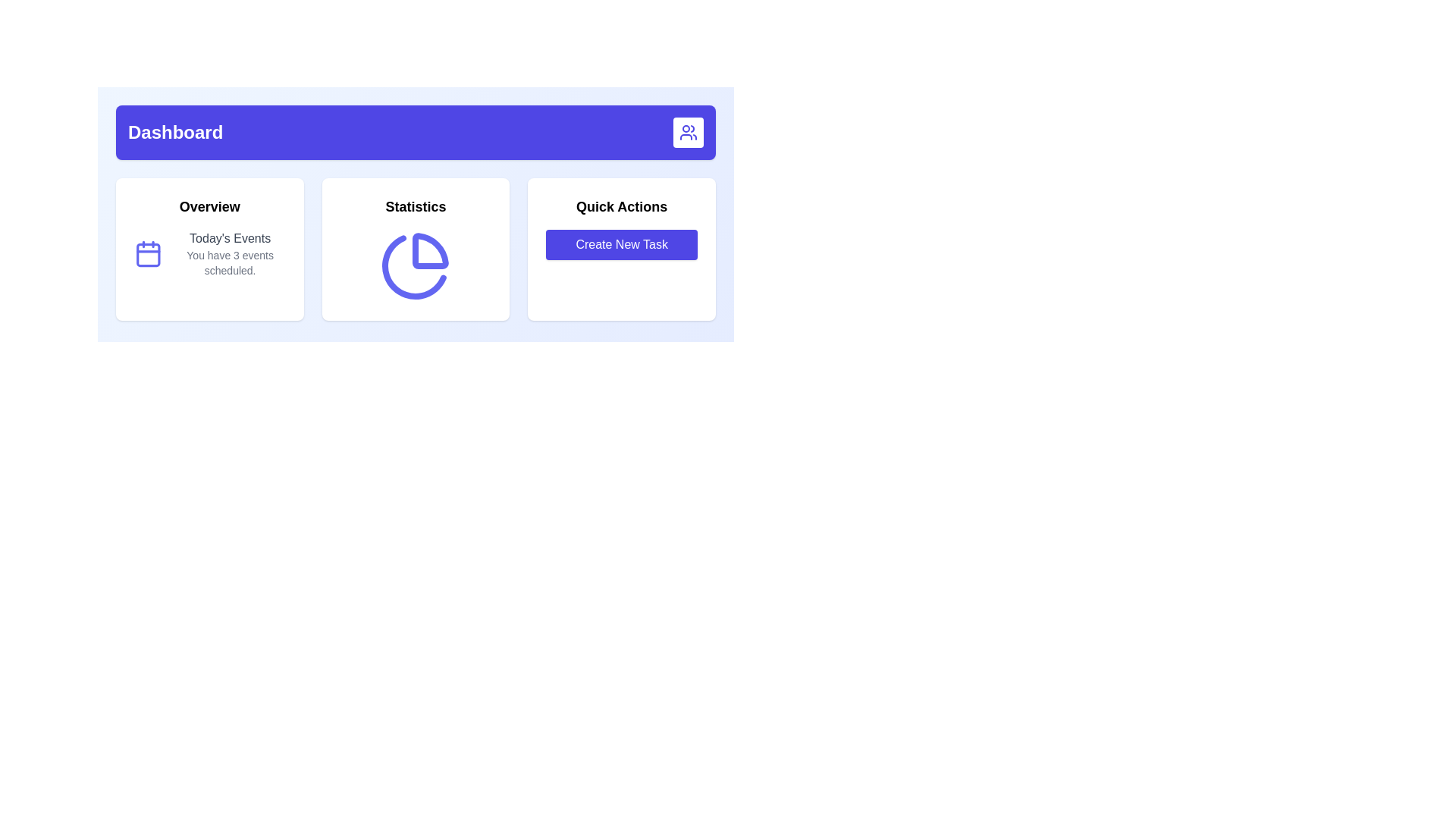 The height and width of the screenshot is (819, 1456). What do you see at coordinates (229, 239) in the screenshot?
I see `the text label displaying 'Today's Events' located in the upper part of the left panel labeled 'Overview'` at bounding box center [229, 239].